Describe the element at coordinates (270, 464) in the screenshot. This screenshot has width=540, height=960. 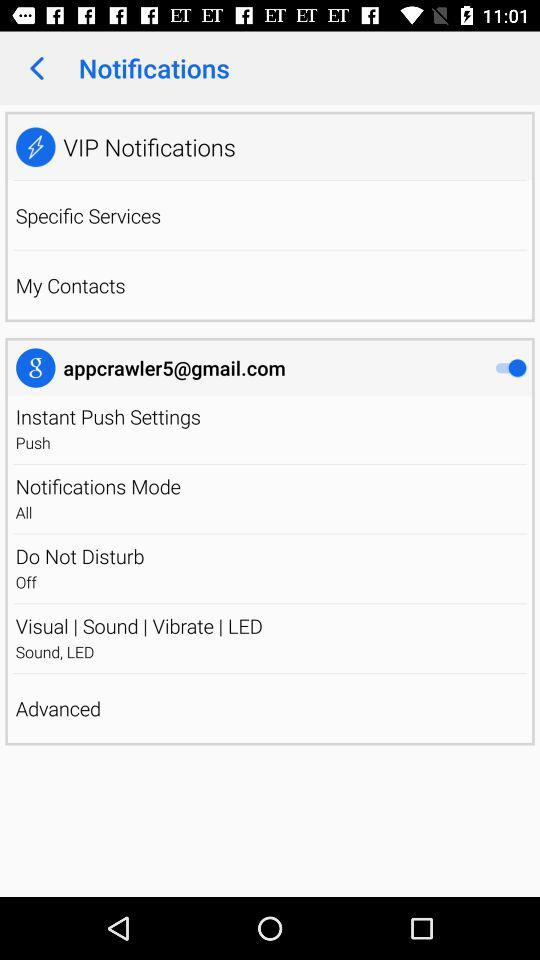
I see `app above notifications mode icon` at that location.